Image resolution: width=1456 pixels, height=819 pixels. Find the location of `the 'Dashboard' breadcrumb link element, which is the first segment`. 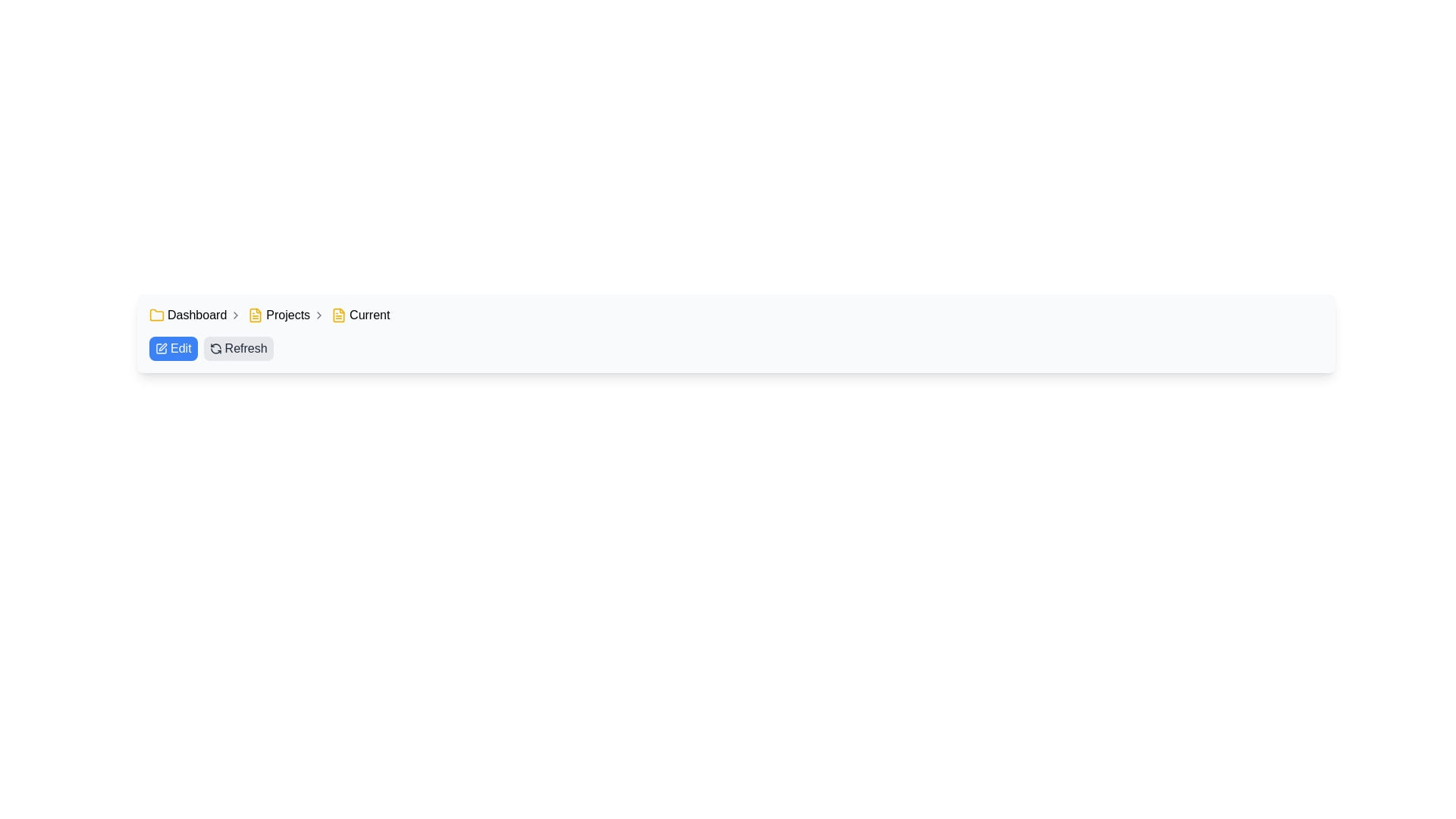

the 'Dashboard' breadcrumb link element, which is the first segment is located at coordinates (195, 315).